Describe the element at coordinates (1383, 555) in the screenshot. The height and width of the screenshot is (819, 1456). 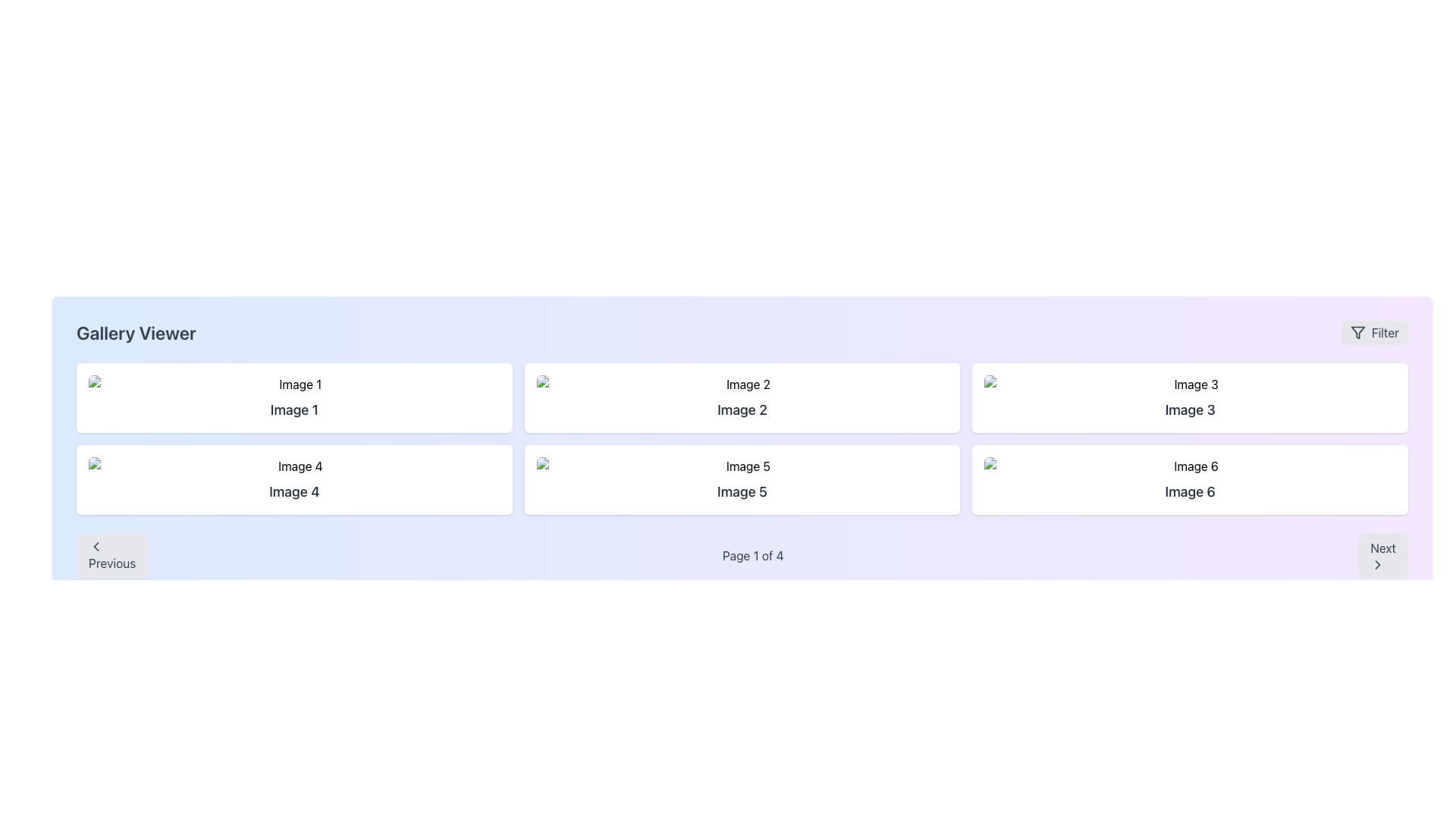
I see `the rightmost button in the section at the bottom of the interface, located after 'Page 1 of 4' and the 'Previous' button` at that location.